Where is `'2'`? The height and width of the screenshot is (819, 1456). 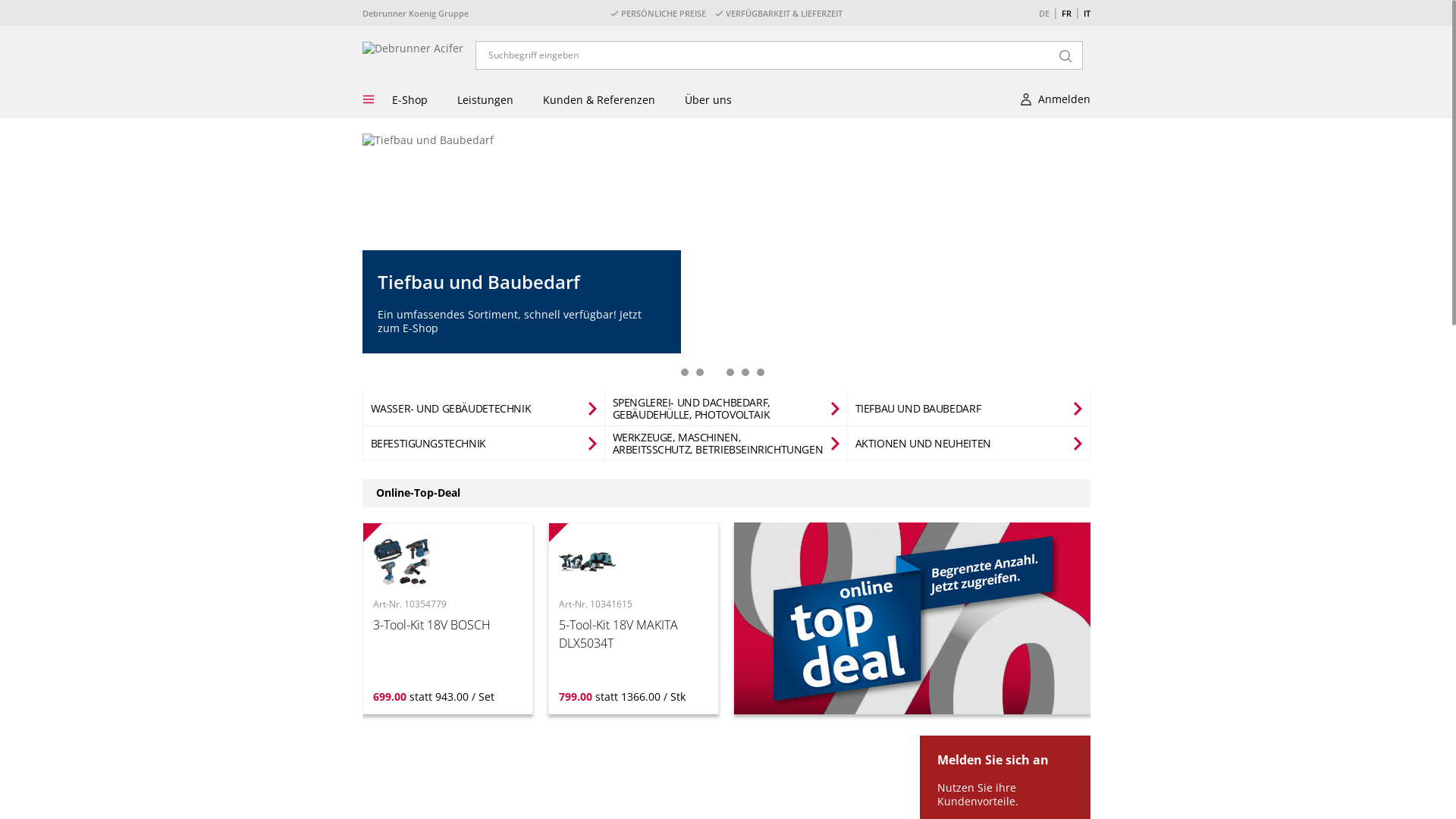 '2' is located at coordinates (698, 372).